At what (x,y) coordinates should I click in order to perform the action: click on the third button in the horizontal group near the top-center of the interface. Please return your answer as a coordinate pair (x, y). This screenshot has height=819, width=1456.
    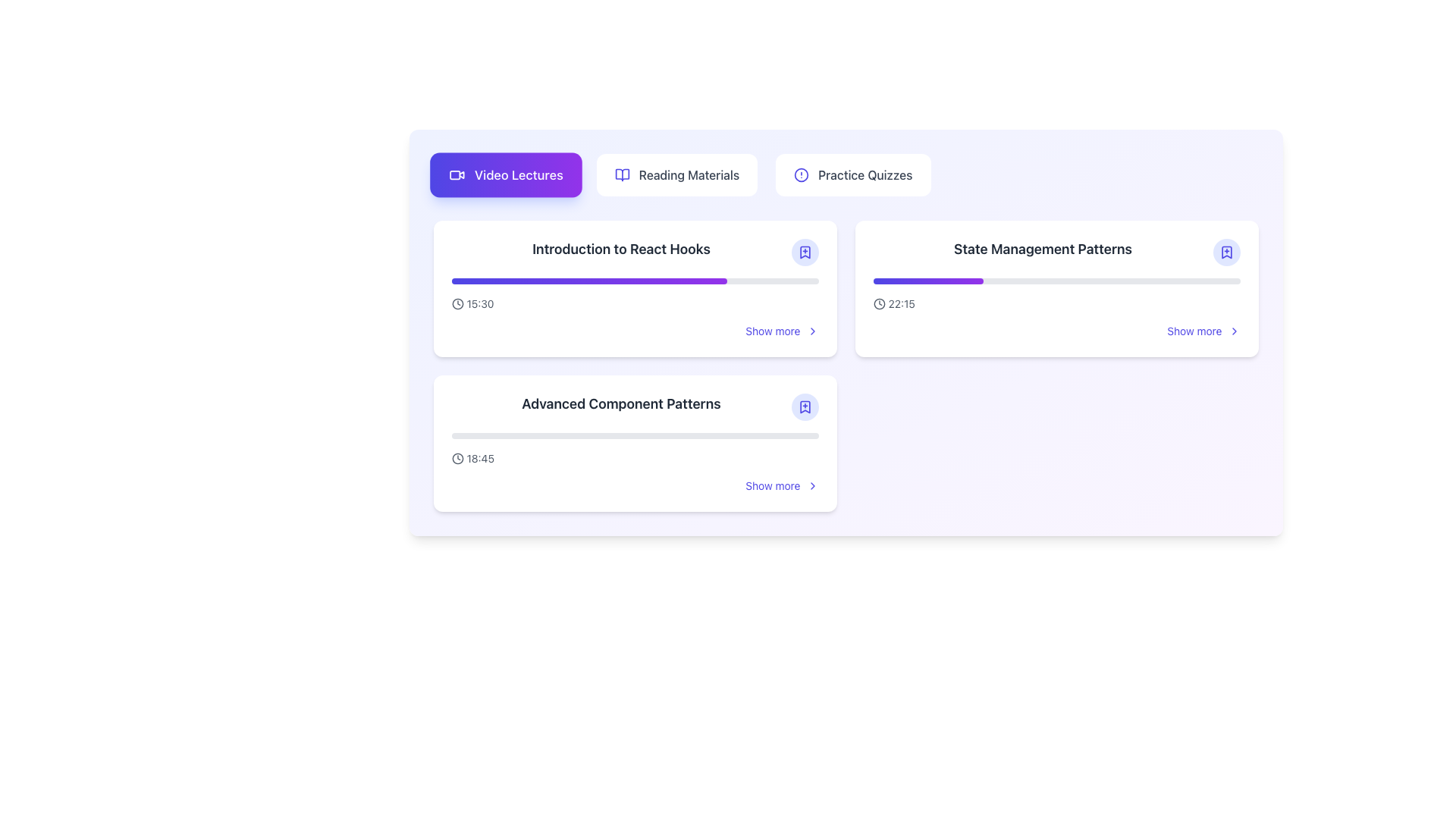
    Looking at the image, I should click on (853, 174).